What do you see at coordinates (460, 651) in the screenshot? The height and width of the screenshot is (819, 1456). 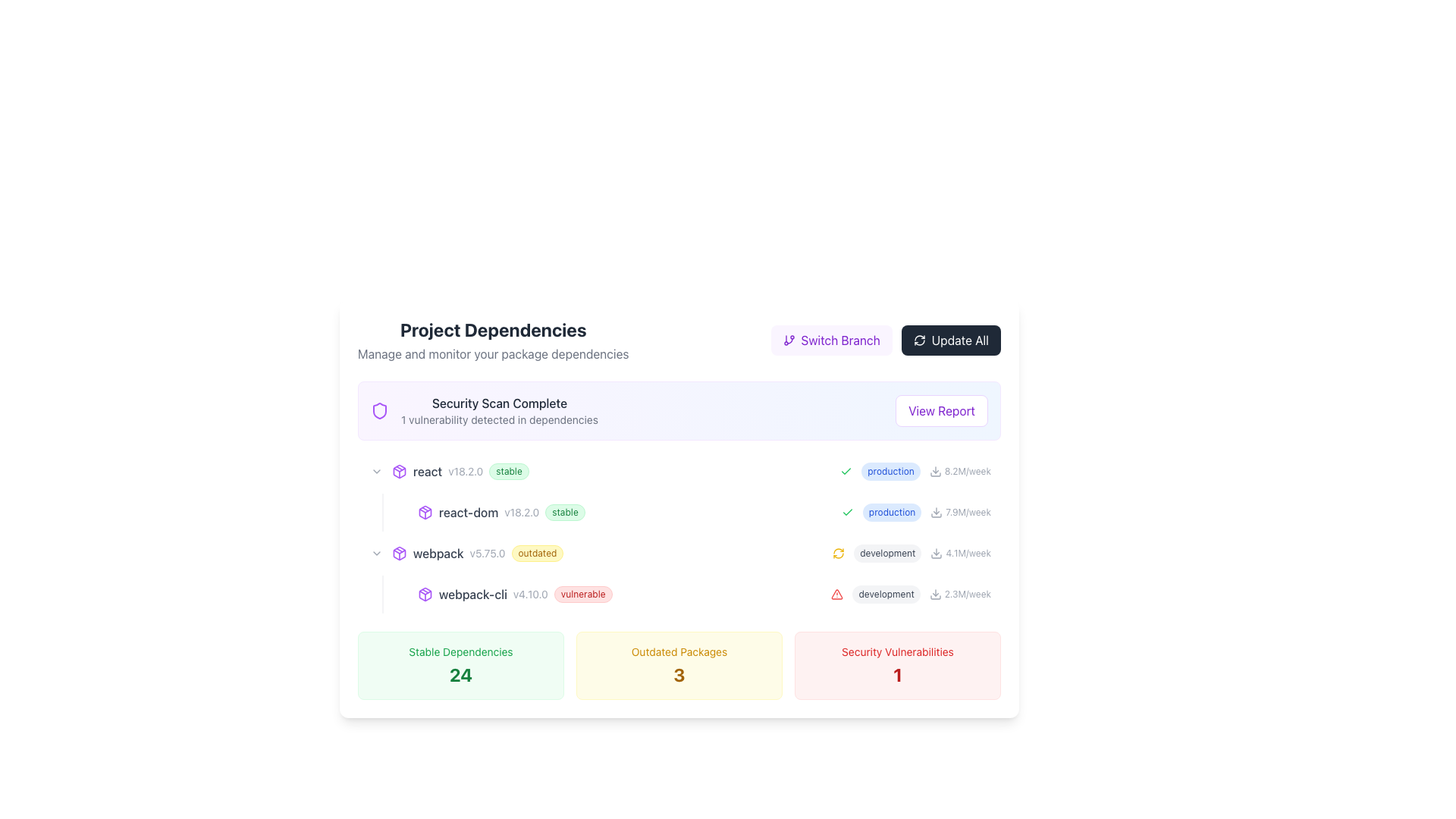 I see `the label element describing the data point represented by the number '24', which is located within a green box towards the bottom left of the interface` at bounding box center [460, 651].